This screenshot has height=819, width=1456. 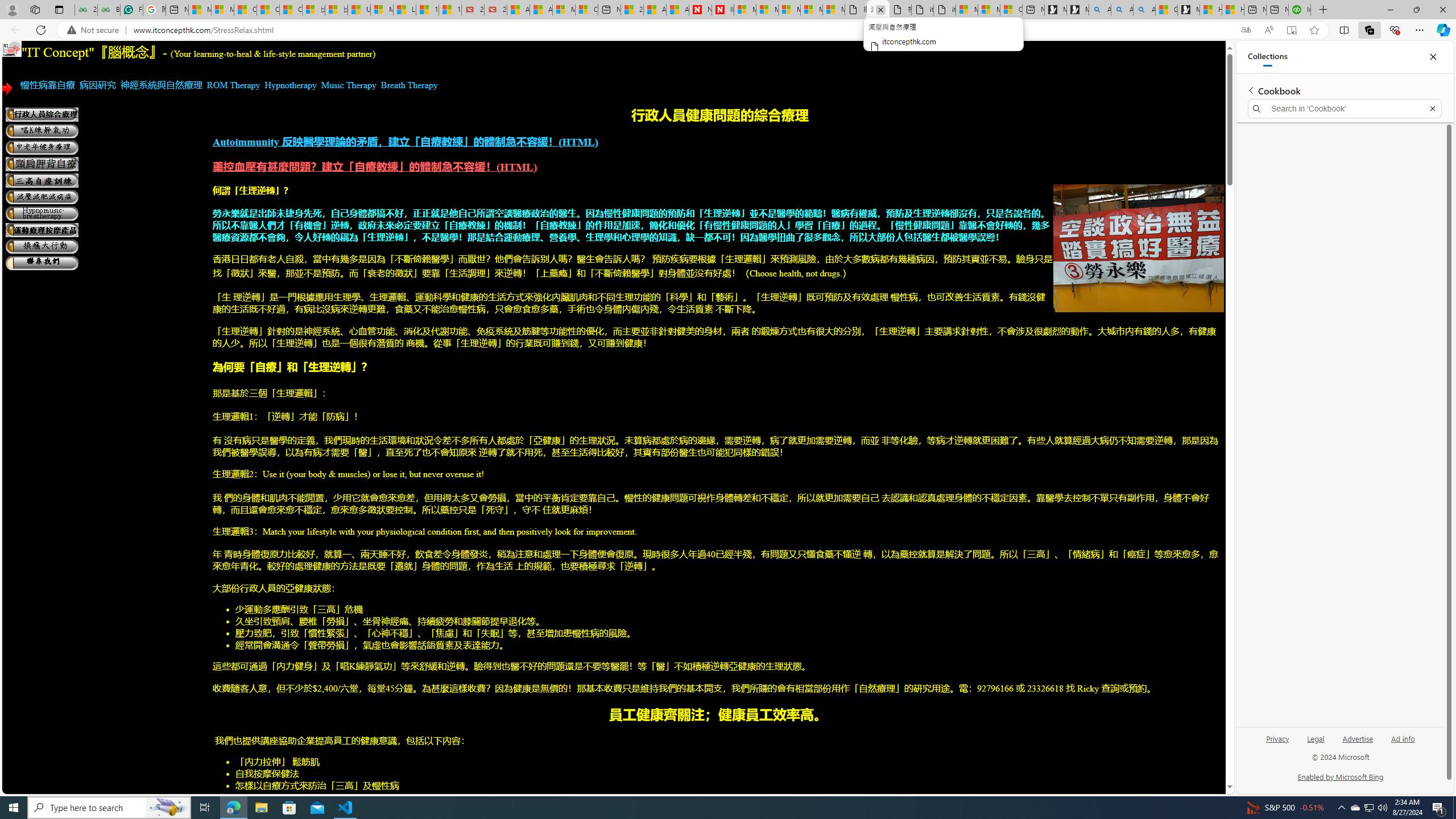 What do you see at coordinates (131, 9) in the screenshot?
I see `'Free AI Writing Assistance for Students | Grammarly'` at bounding box center [131, 9].